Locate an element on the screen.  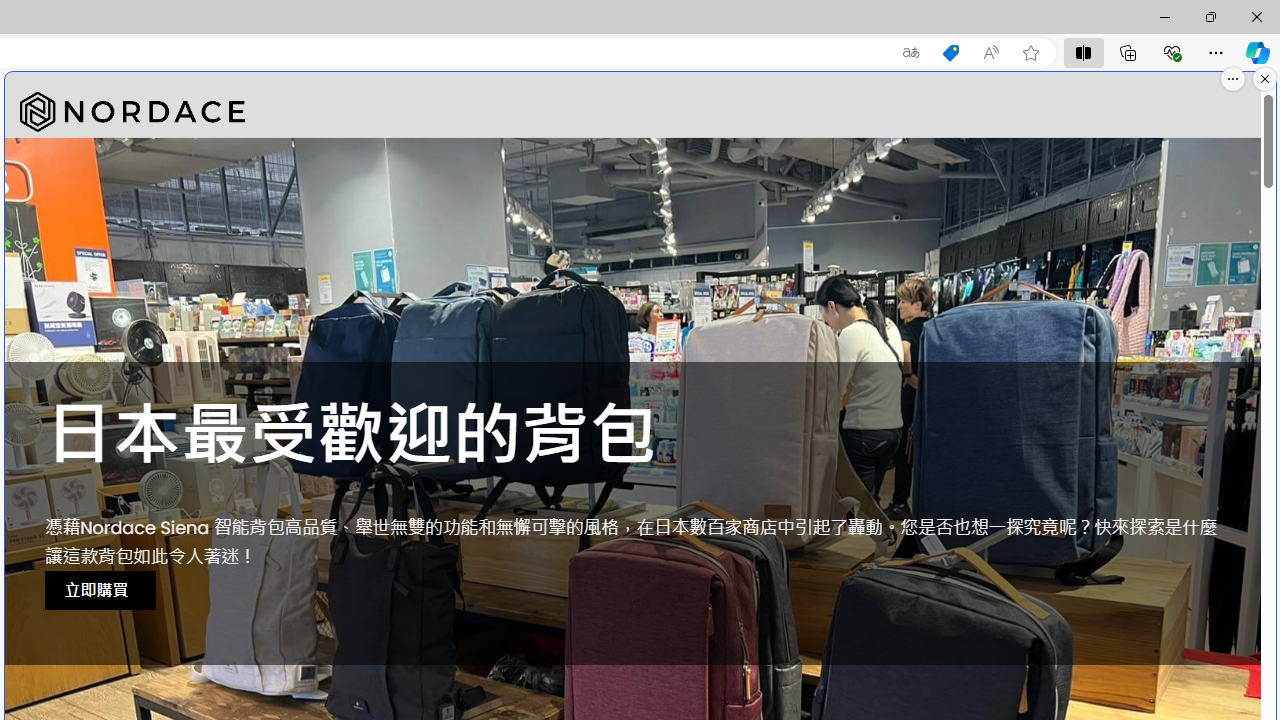
'Close' is located at coordinates (1255, 16).